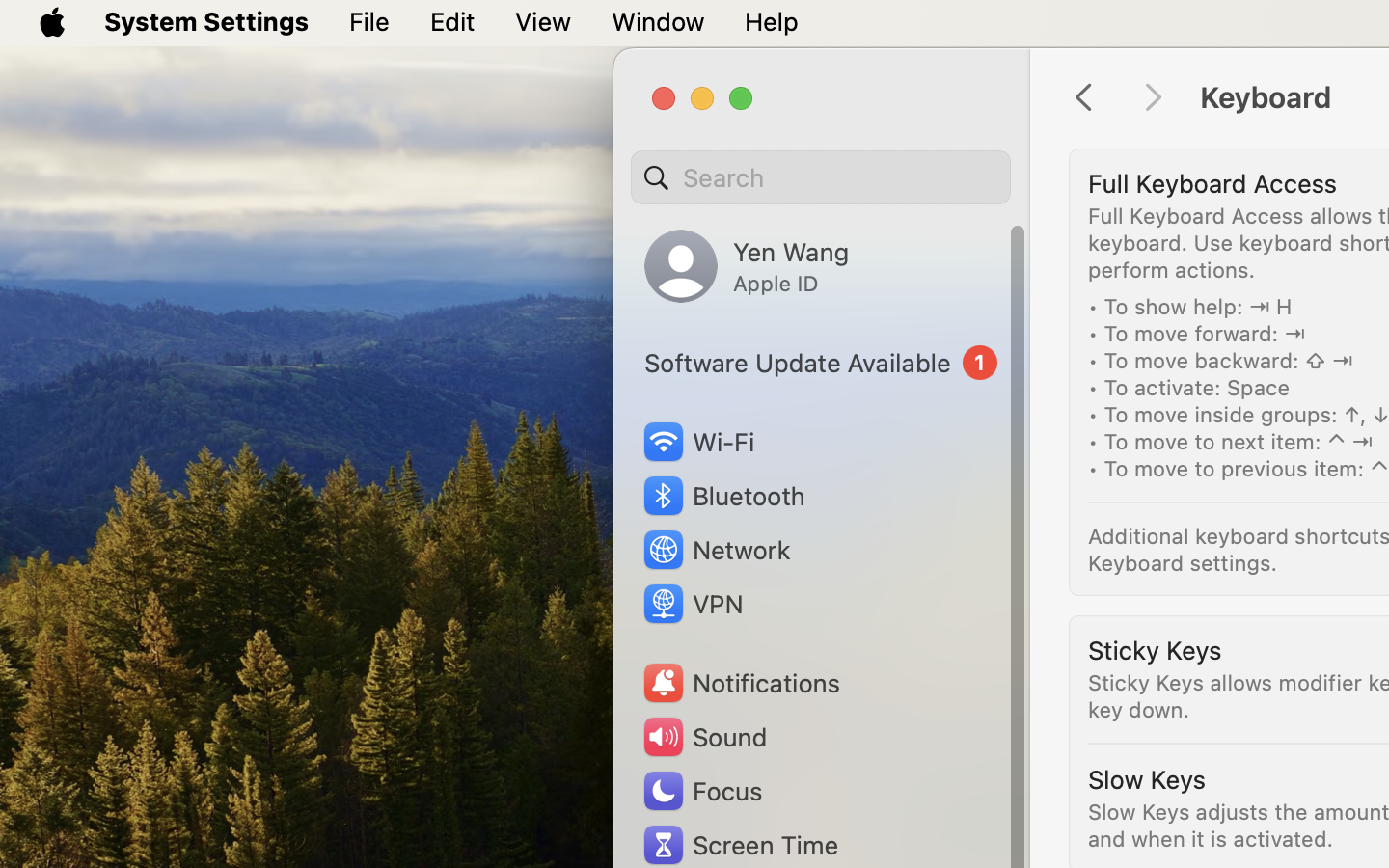  I want to click on 'Focus', so click(700, 790).